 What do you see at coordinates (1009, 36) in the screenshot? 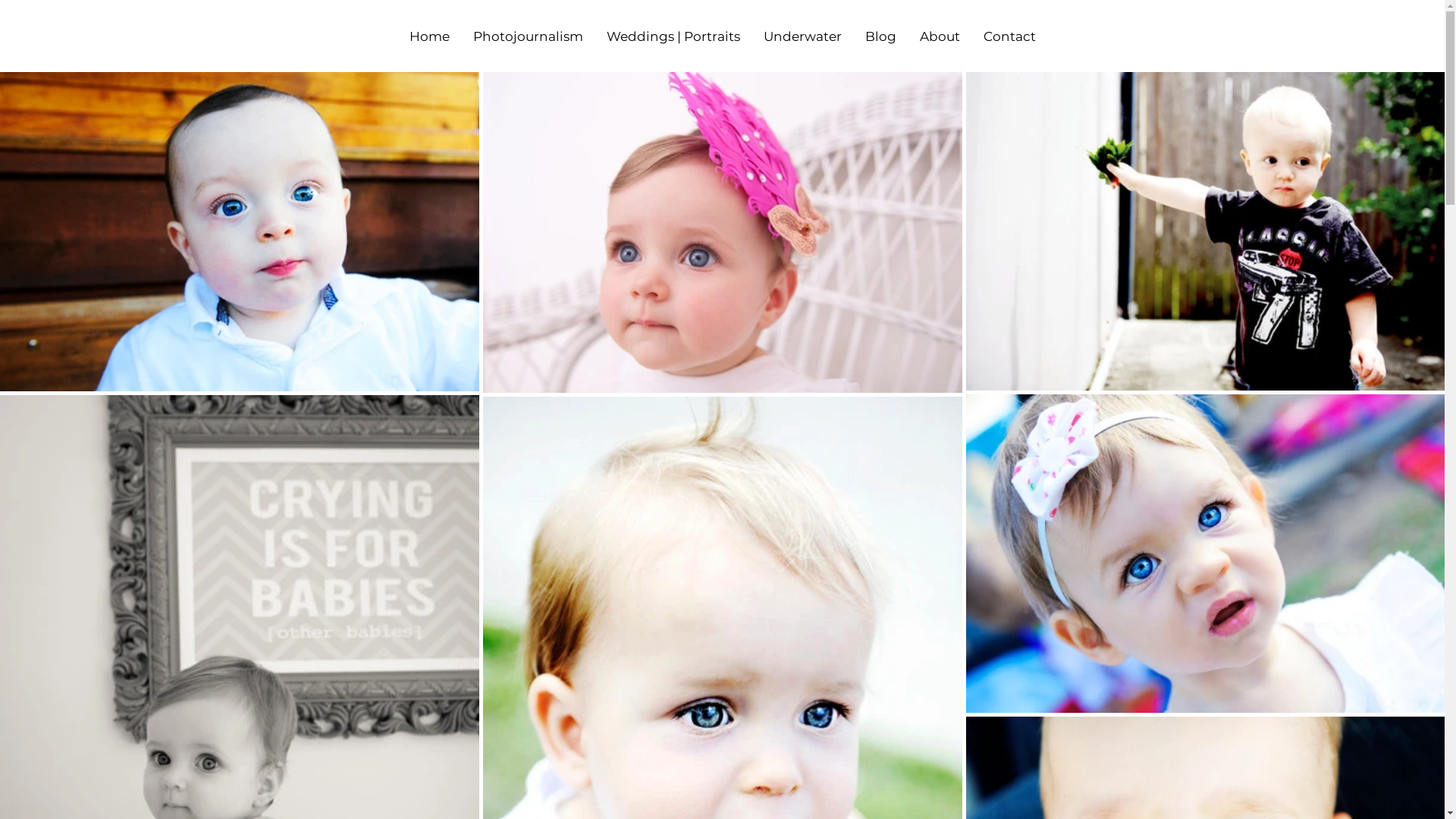
I see `'Contact'` at bounding box center [1009, 36].